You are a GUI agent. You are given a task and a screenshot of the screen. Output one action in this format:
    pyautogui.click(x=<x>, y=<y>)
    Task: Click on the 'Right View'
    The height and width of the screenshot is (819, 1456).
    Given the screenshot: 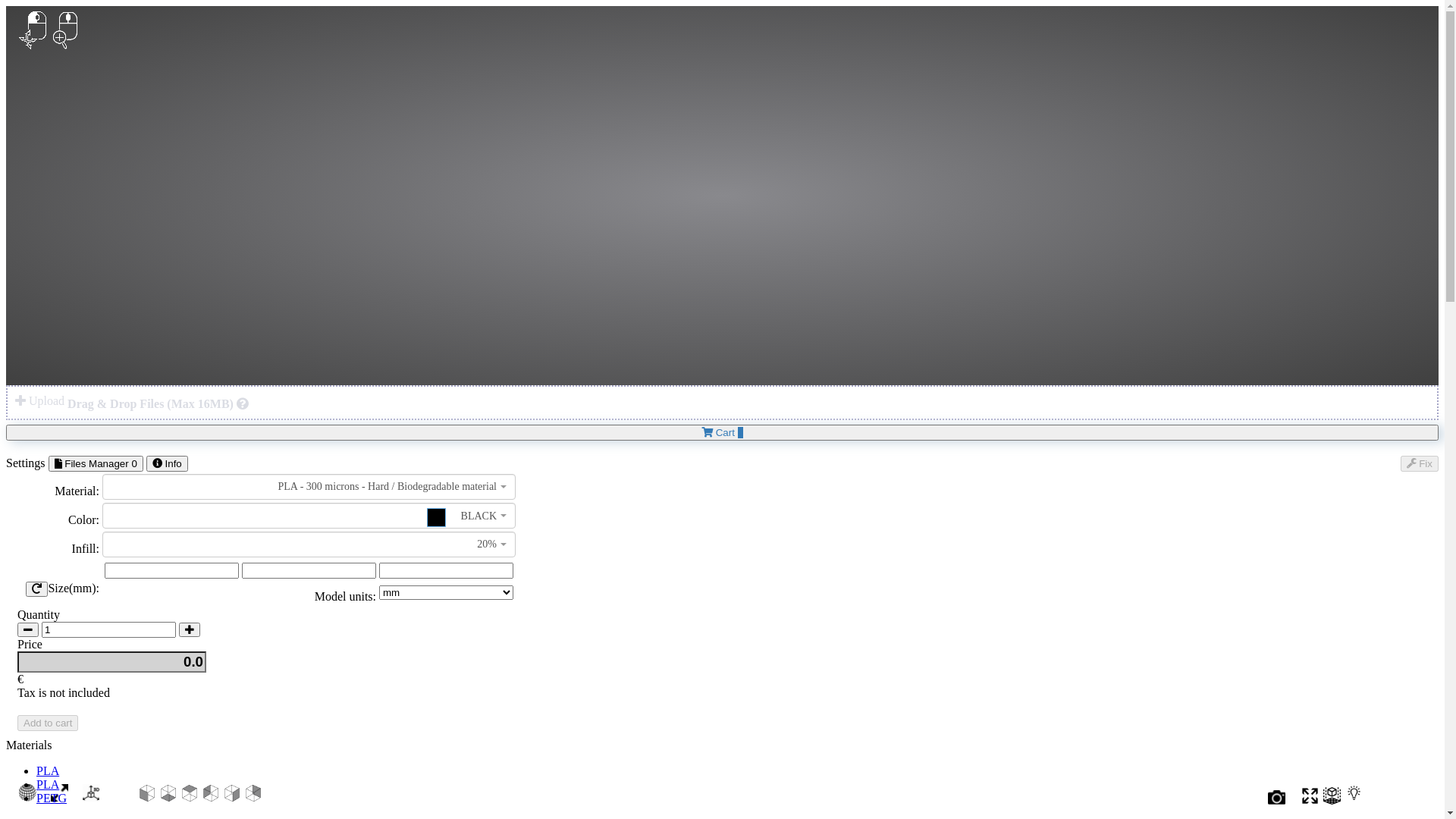 What is the action you would take?
    pyautogui.click(x=222, y=796)
    